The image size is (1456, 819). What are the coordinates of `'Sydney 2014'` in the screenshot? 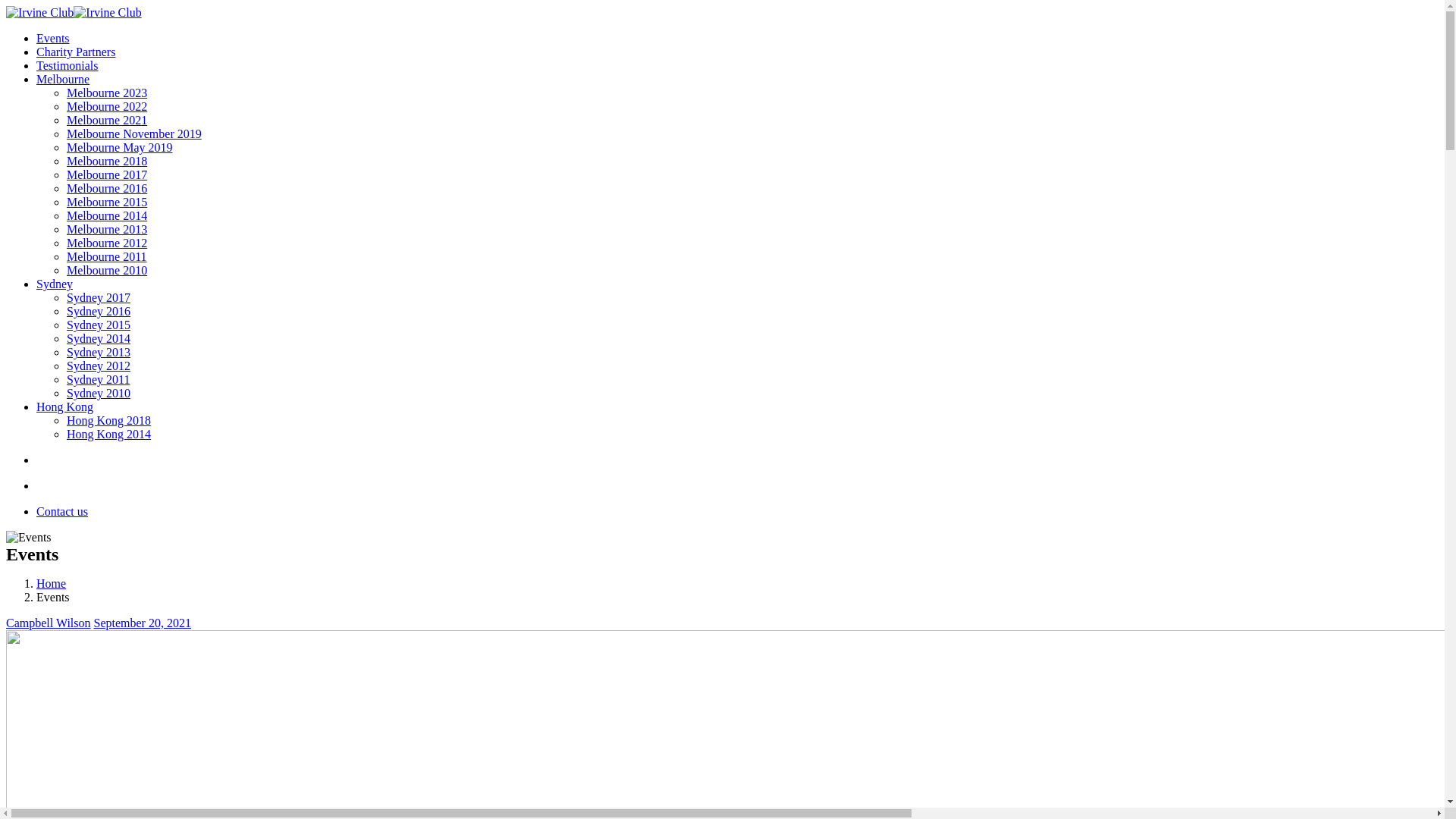 It's located at (97, 337).